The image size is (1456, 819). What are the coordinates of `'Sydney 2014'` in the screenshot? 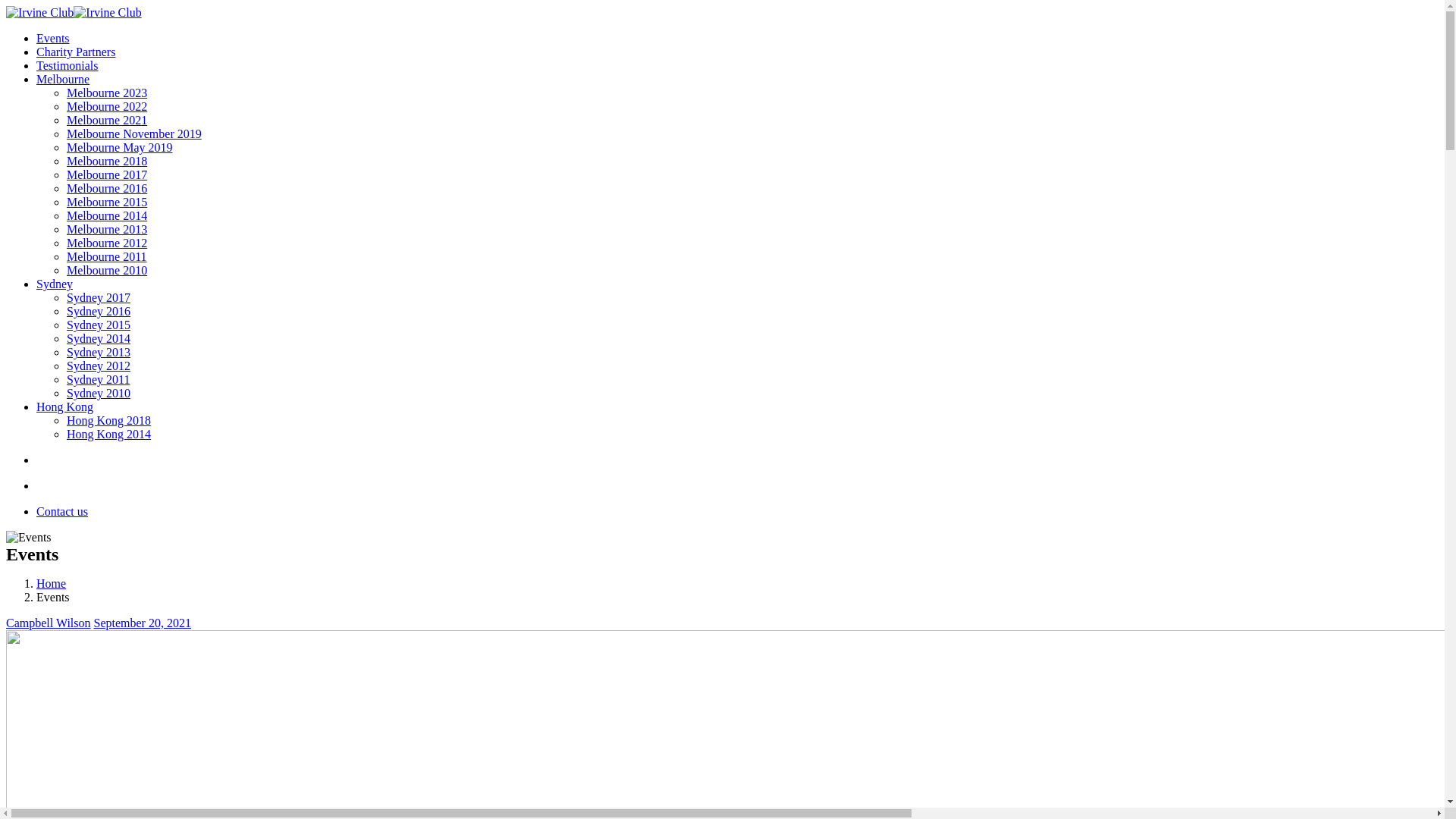 It's located at (97, 337).